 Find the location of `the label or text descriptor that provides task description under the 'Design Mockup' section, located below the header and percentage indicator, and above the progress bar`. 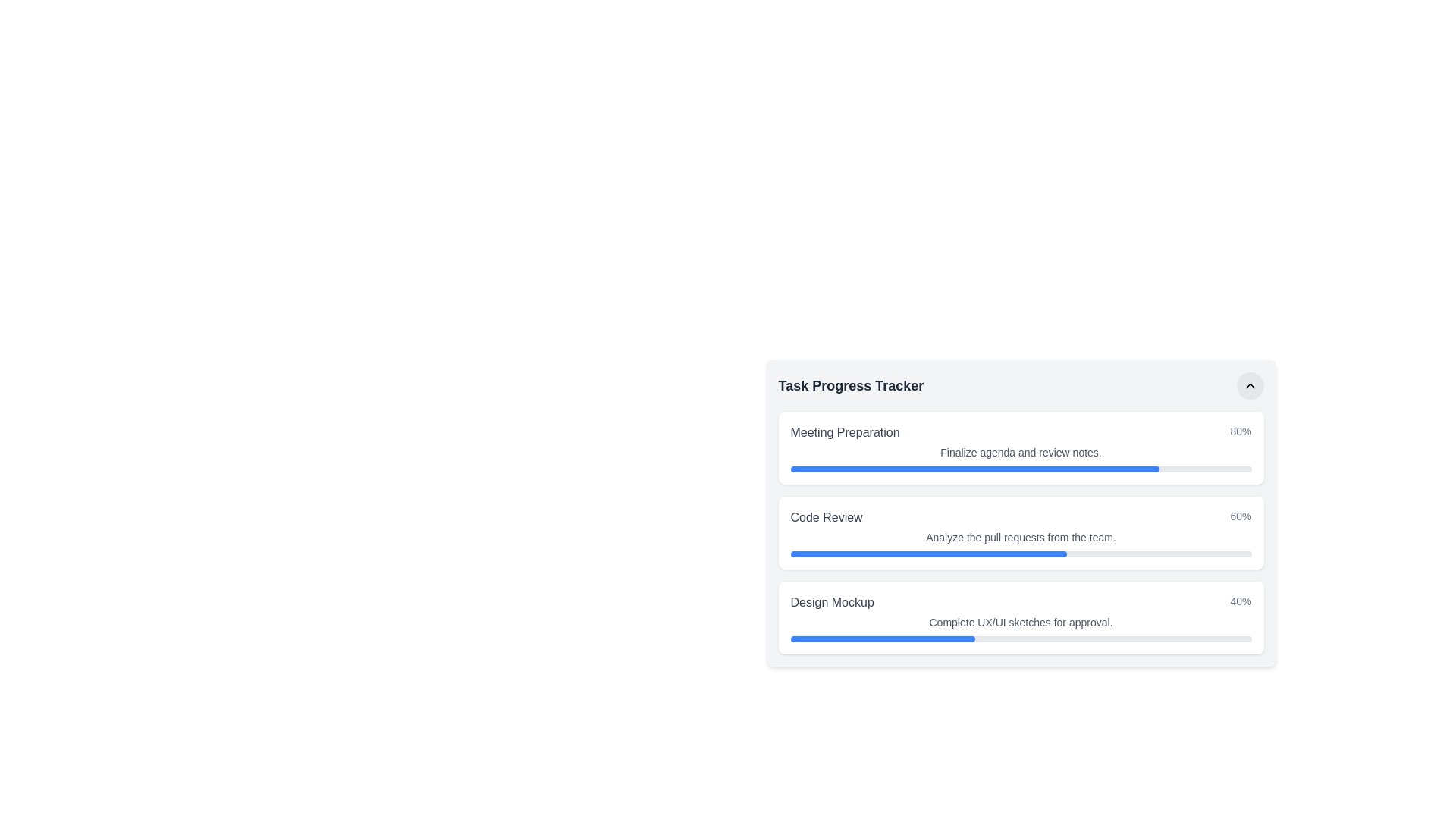

the label or text descriptor that provides task description under the 'Design Mockup' section, located below the header and percentage indicator, and above the progress bar is located at coordinates (1021, 623).